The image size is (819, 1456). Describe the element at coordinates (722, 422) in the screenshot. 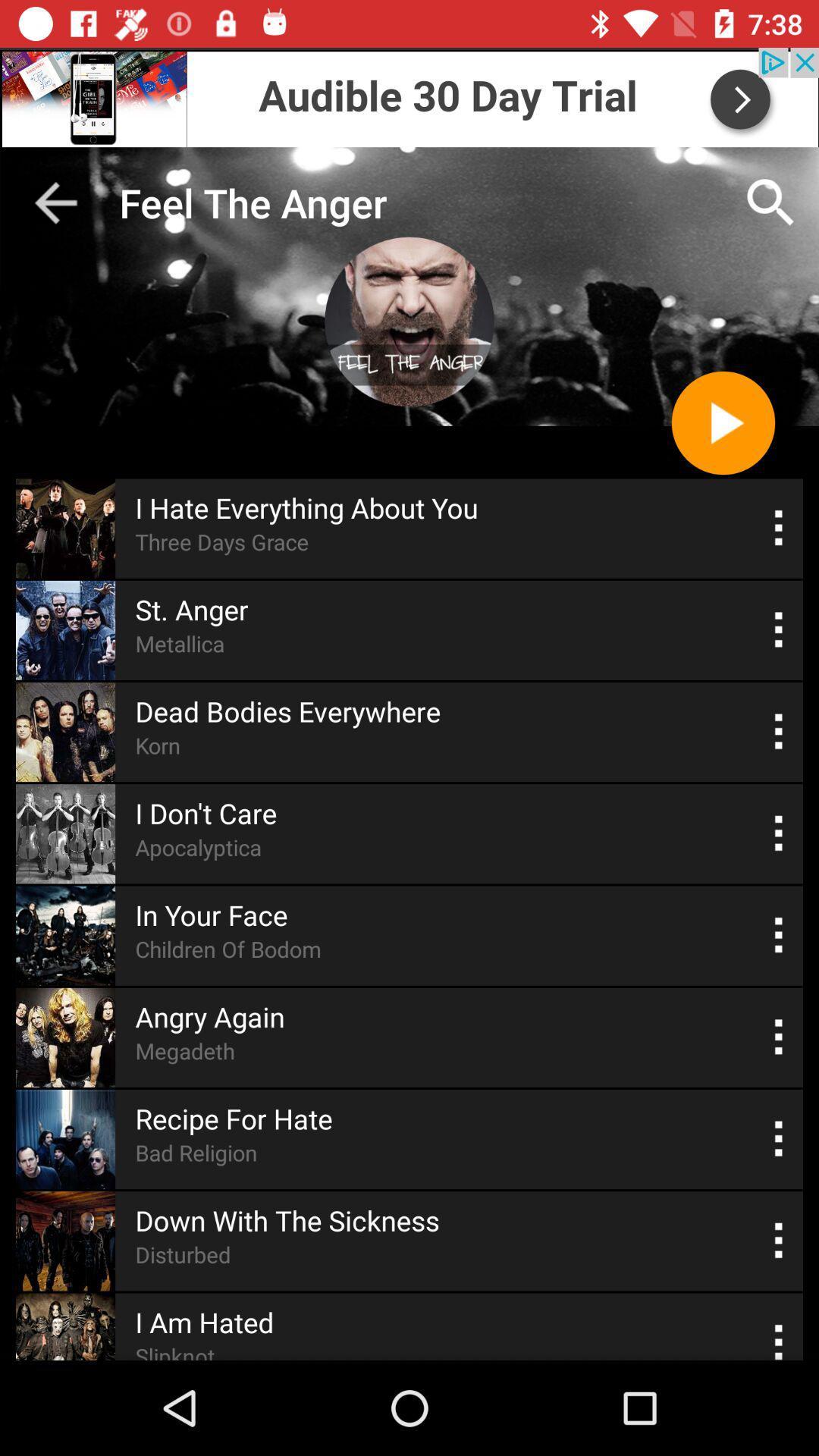

I see `playlist` at that location.